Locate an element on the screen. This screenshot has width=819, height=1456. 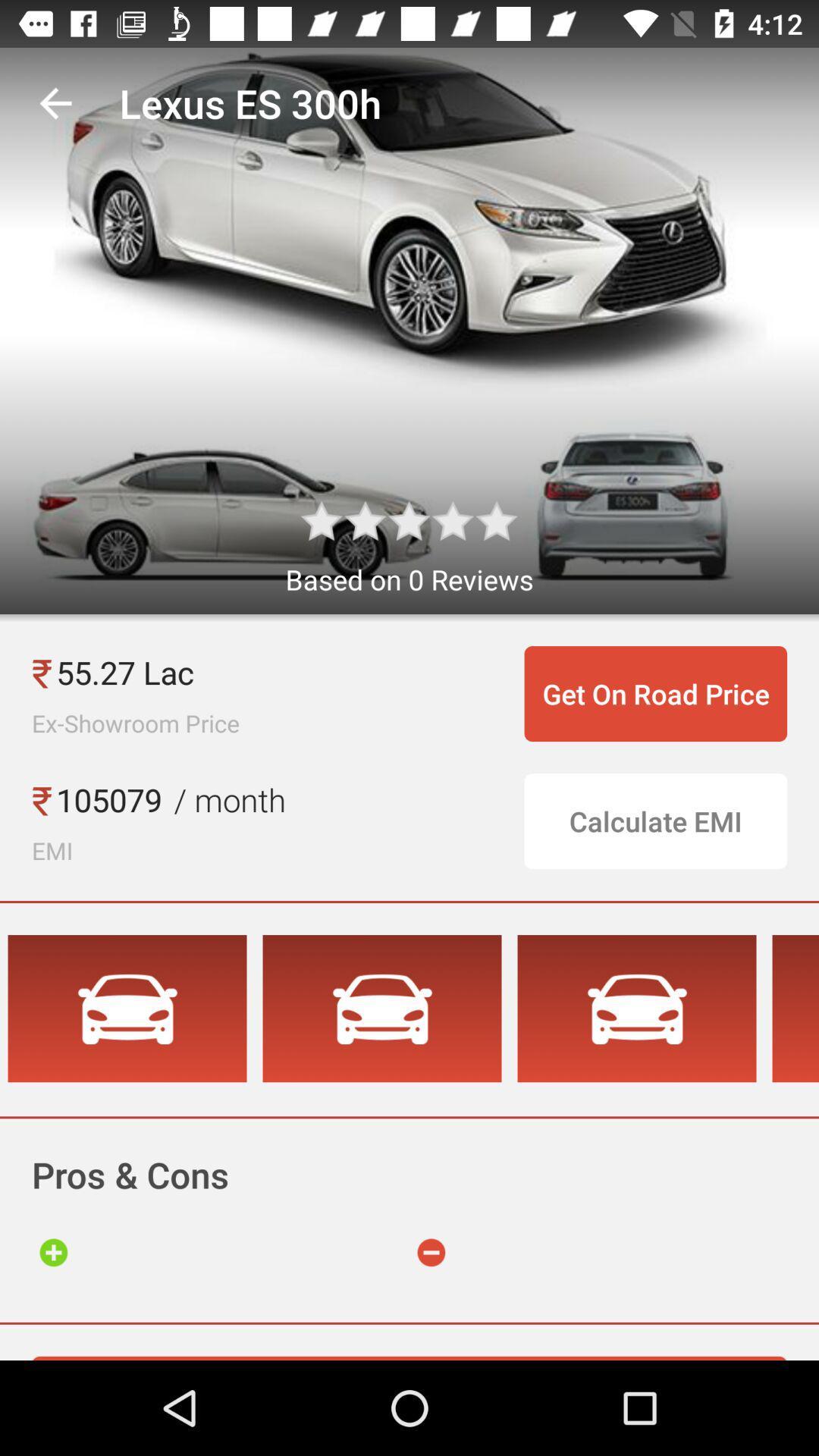
calculate emi is located at coordinates (654, 821).